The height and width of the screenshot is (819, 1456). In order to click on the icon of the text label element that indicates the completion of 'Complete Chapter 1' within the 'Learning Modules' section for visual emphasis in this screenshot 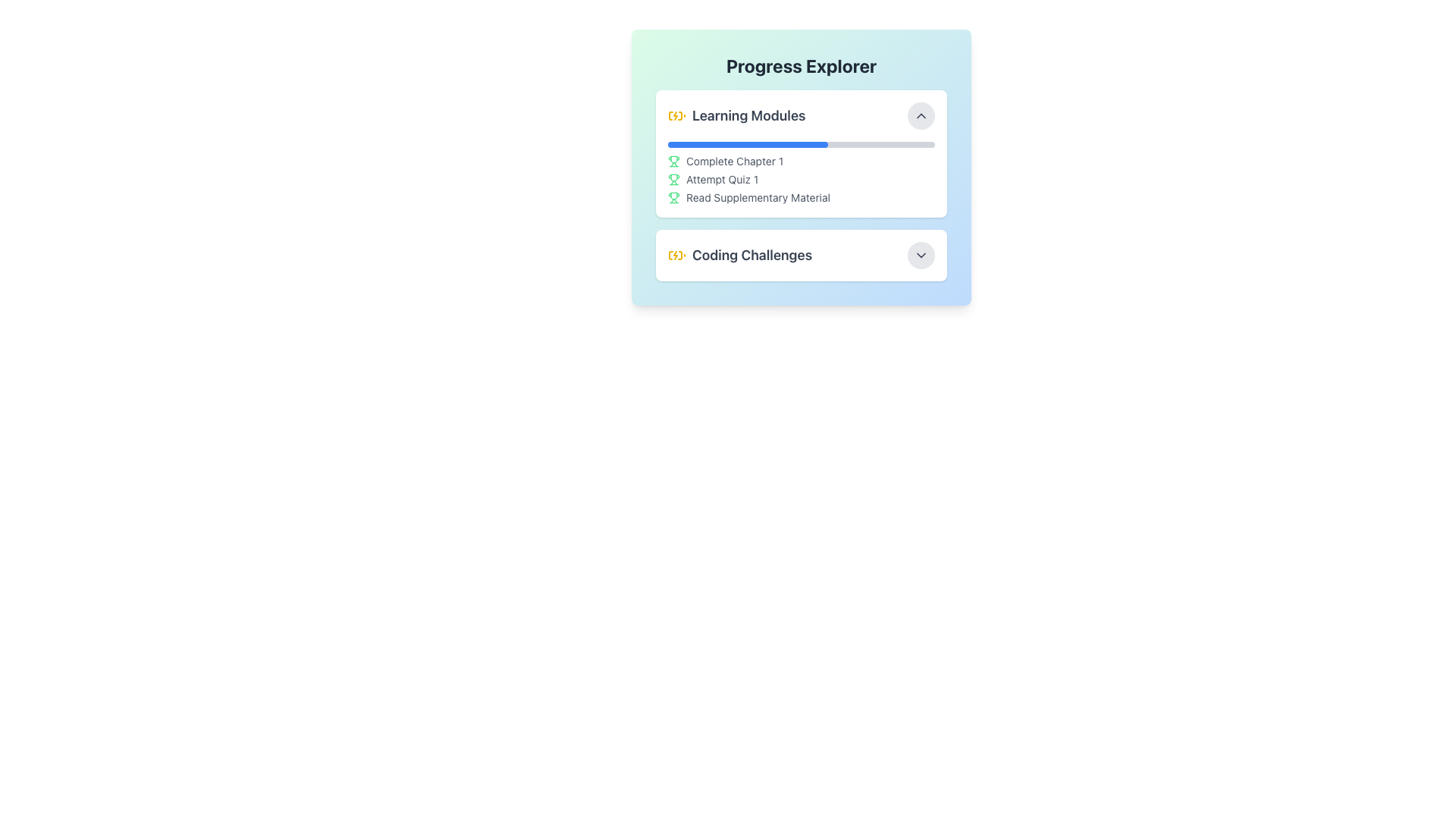, I will do `click(800, 161)`.